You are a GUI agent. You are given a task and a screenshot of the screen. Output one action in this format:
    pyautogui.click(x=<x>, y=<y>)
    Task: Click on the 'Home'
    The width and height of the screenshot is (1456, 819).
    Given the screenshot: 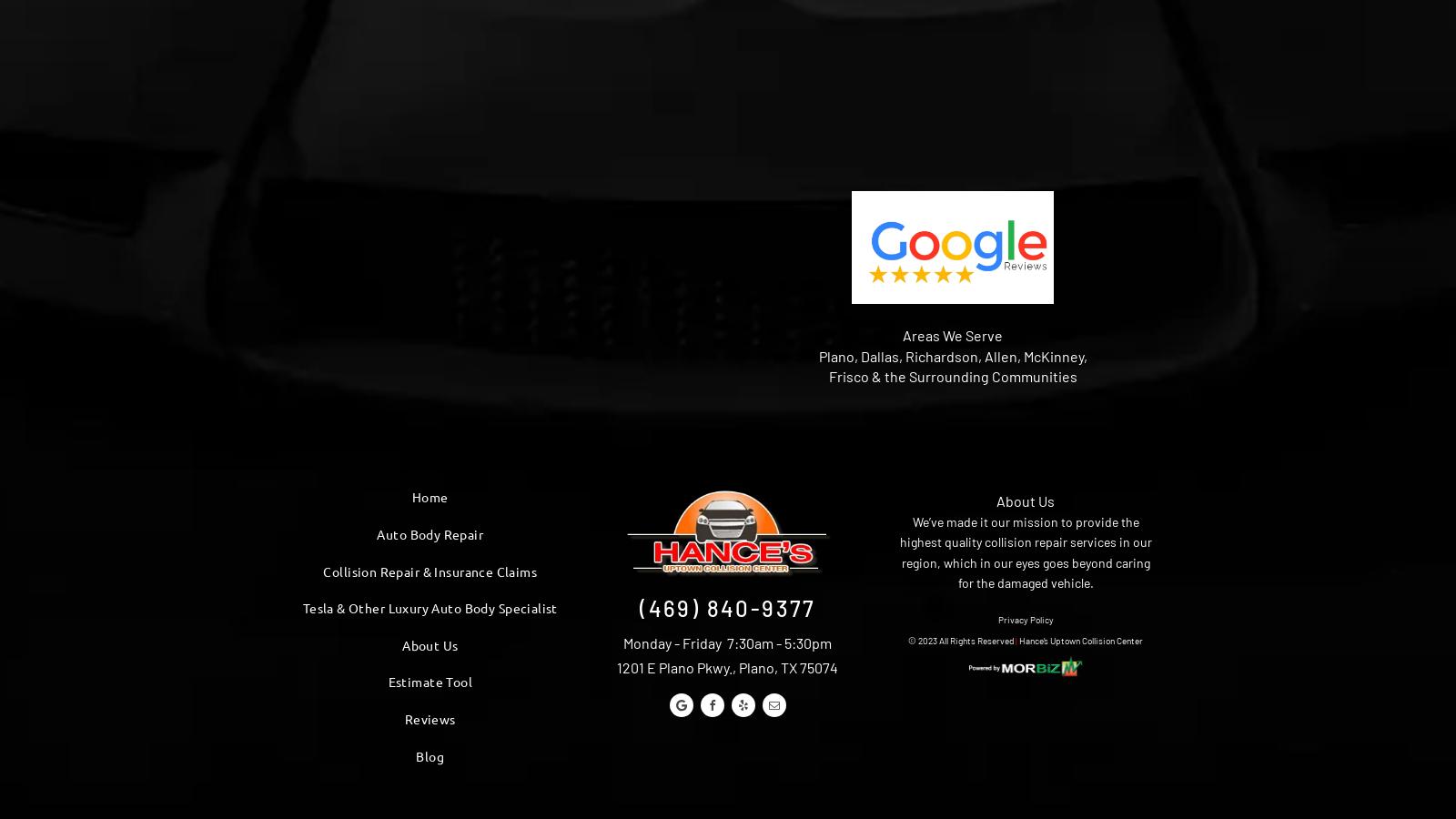 What is the action you would take?
    pyautogui.click(x=429, y=496)
    